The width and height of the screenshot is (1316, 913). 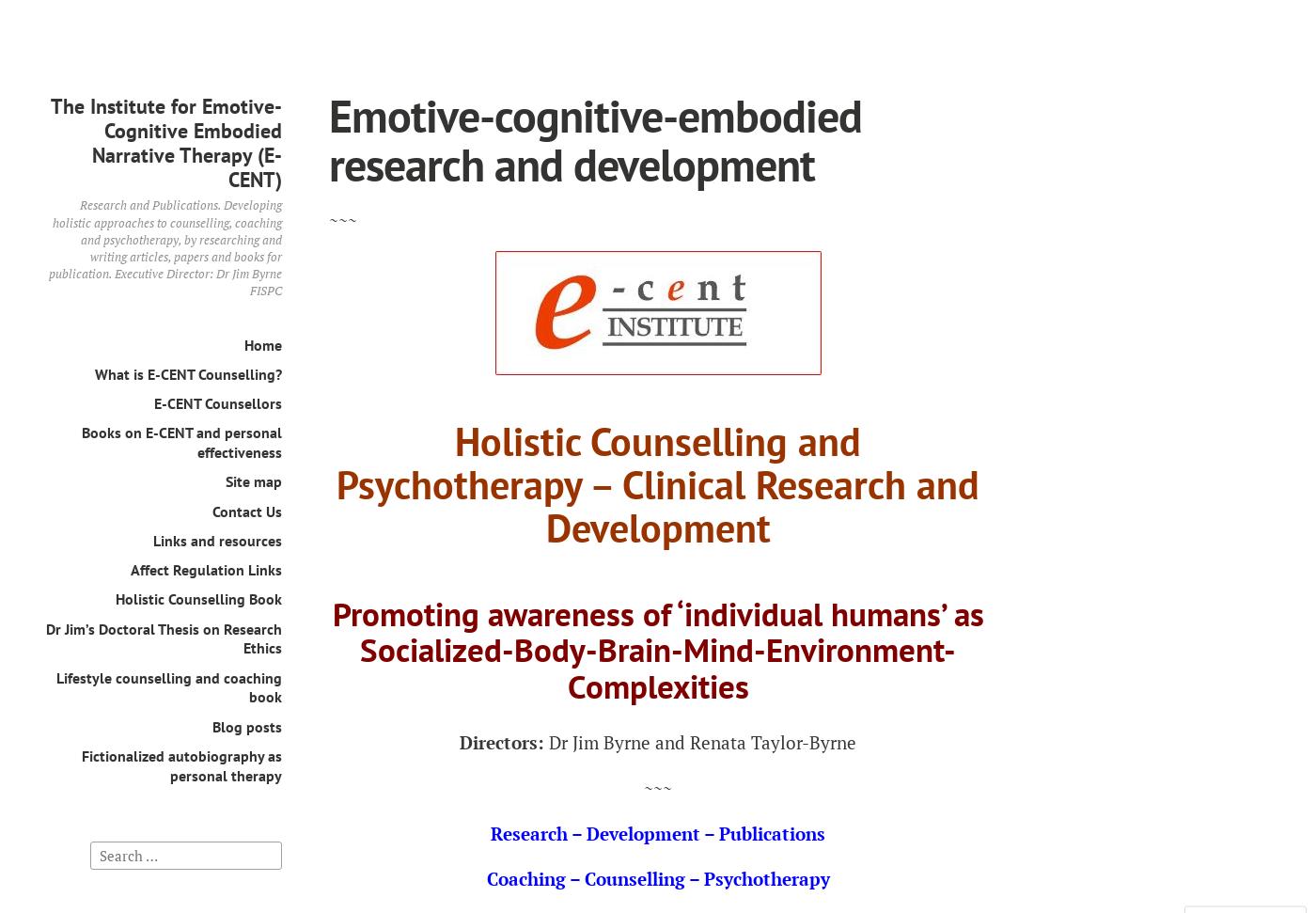 I want to click on 'Holistic Counselling Book', so click(x=116, y=597).